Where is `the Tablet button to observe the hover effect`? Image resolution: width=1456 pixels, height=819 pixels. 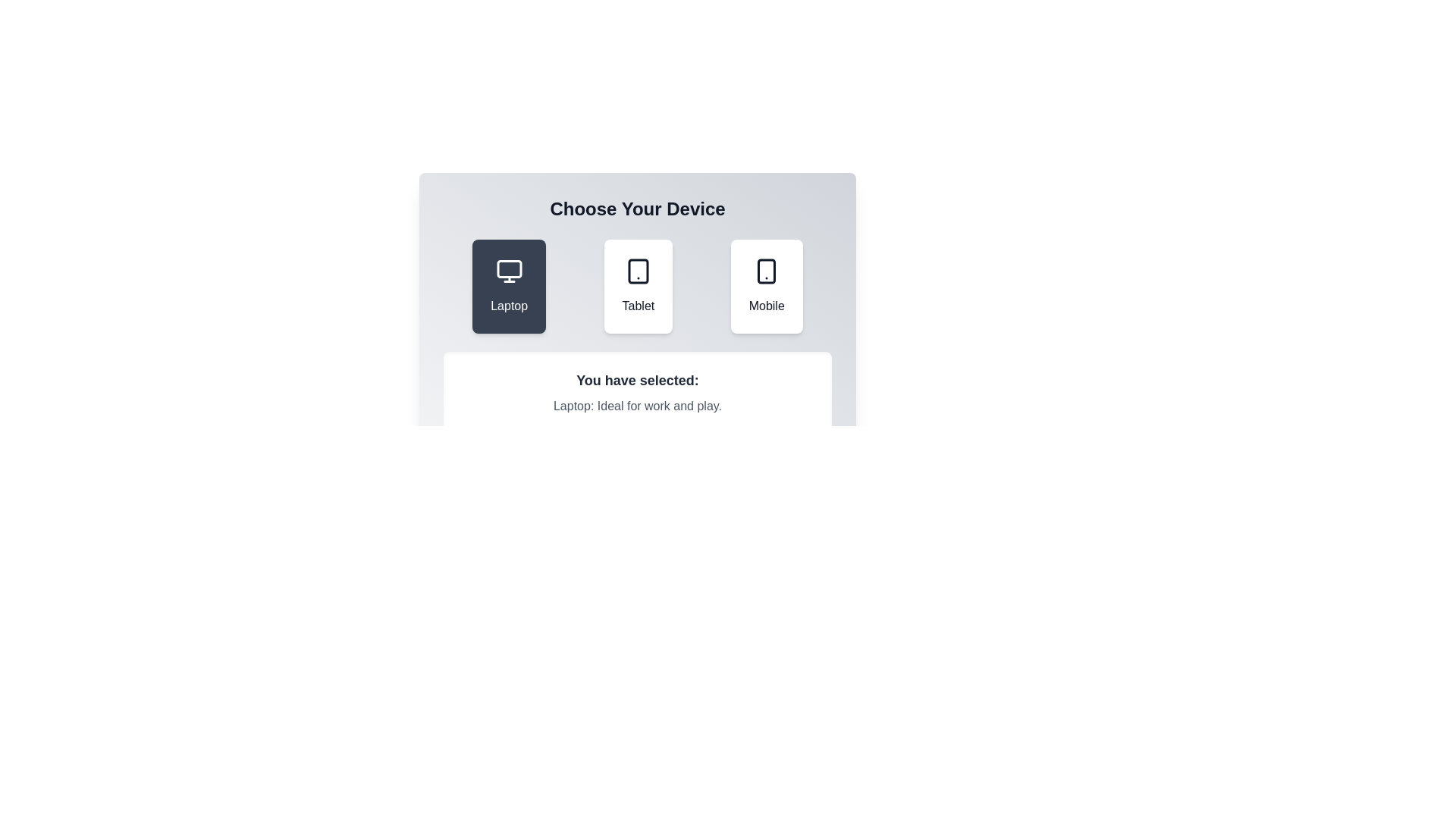
the Tablet button to observe the hover effect is located at coordinates (638, 287).